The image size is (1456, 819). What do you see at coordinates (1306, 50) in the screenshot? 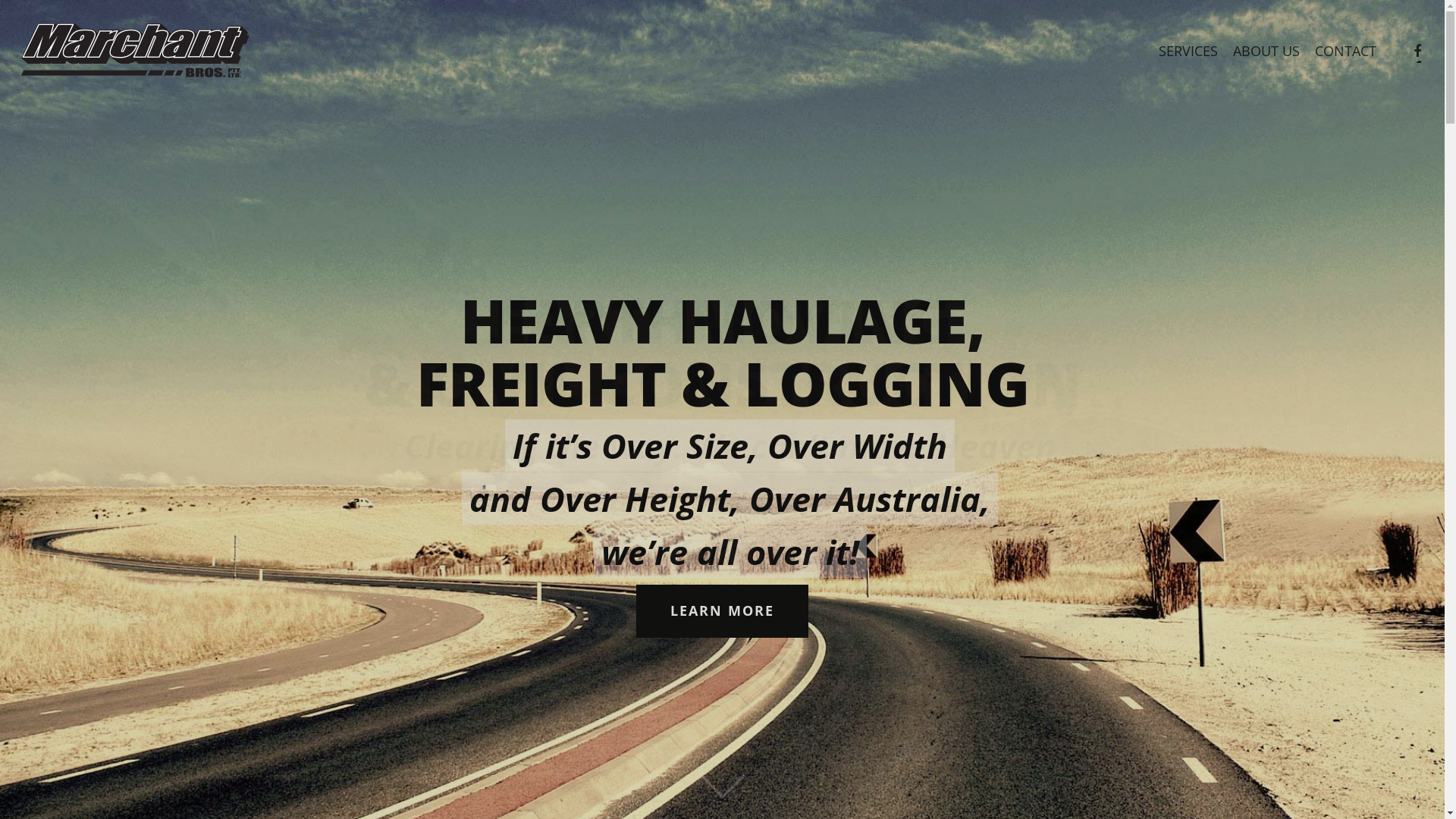
I see `'CONTACT'` at bounding box center [1306, 50].